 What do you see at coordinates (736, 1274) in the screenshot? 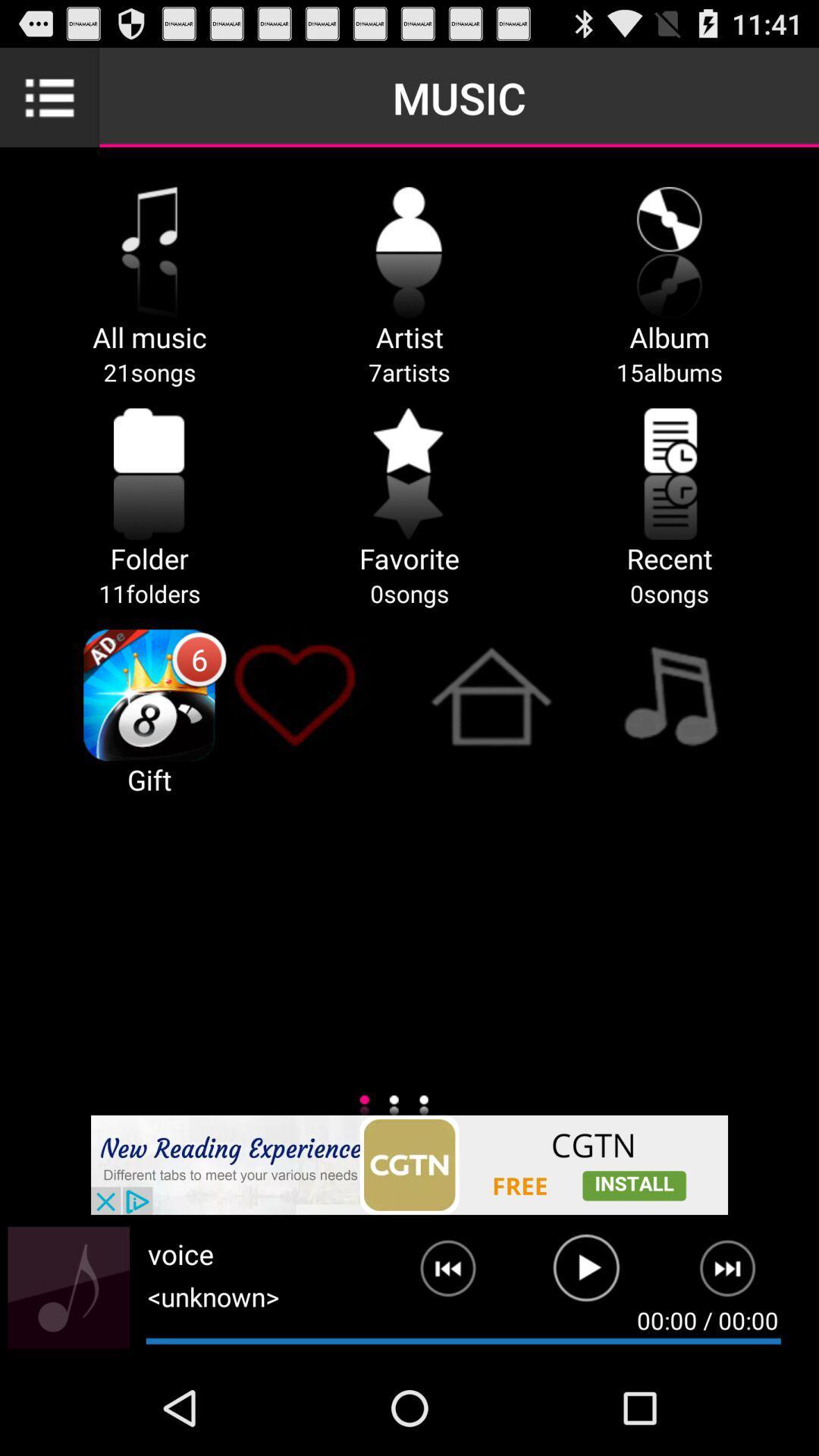
I see `skip to next` at bounding box center [736, 1274].